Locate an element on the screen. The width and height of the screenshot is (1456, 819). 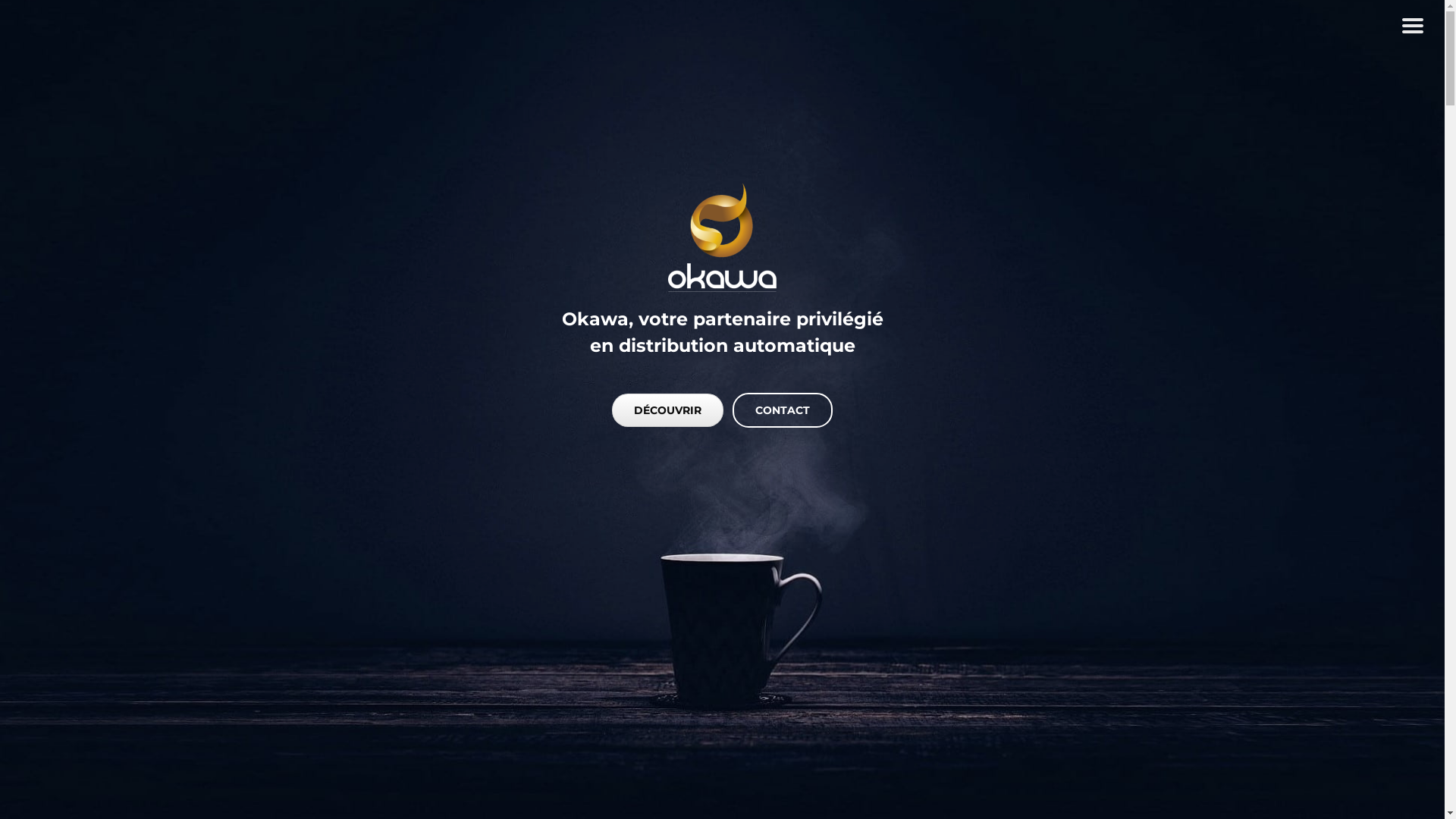
'CONTACT' is located at coordinates (783, 409).